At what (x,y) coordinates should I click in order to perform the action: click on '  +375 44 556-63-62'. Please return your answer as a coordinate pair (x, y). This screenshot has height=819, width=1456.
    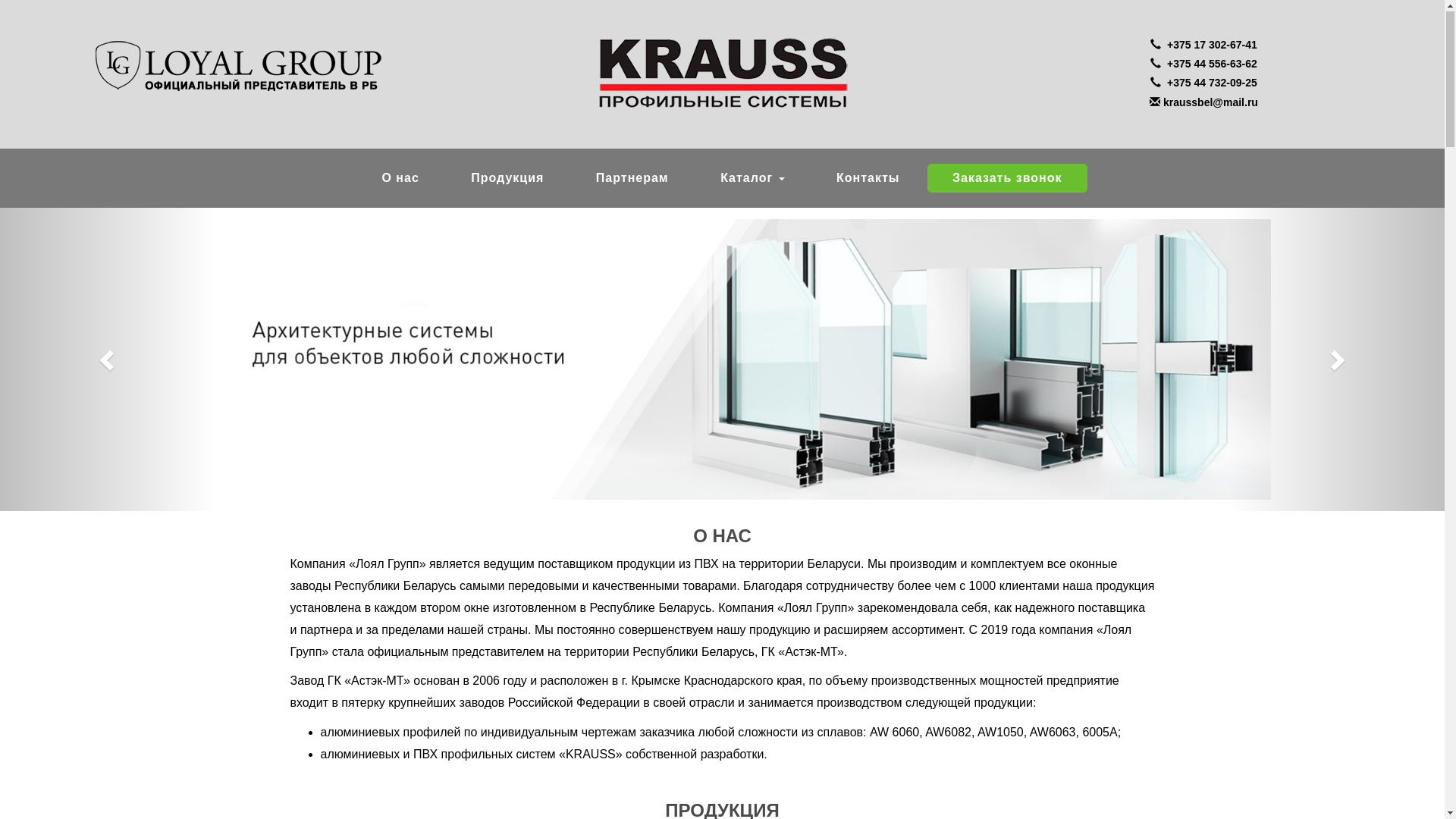
    Looking at the image, I should click on (1203, 64).